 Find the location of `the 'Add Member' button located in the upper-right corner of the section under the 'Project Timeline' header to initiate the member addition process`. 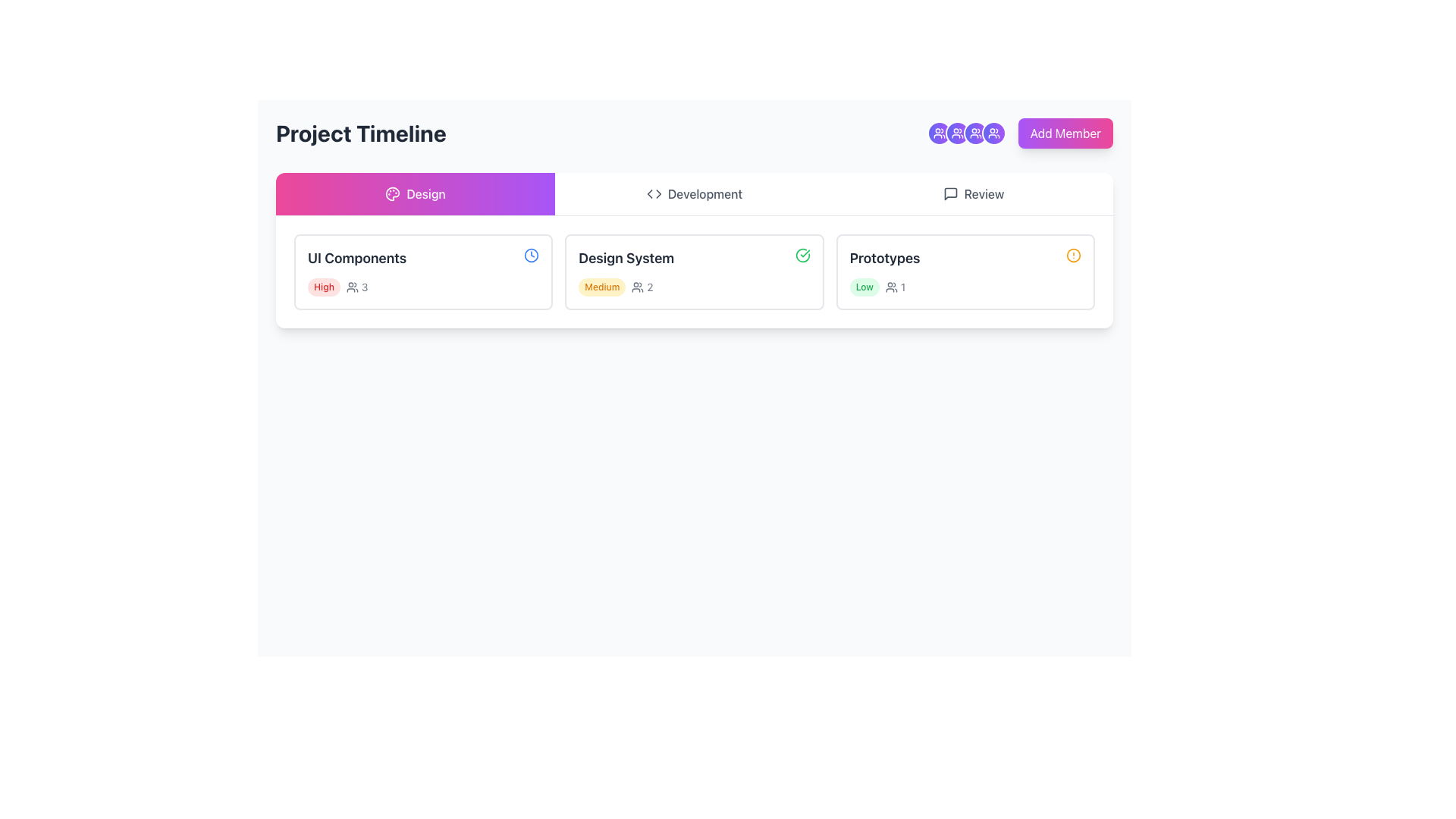

the 'Add Member' button located in the upper-right corner of the section under the 'Project Timeline' header to initiate the member addition process is located at coordinates (1020, 133).